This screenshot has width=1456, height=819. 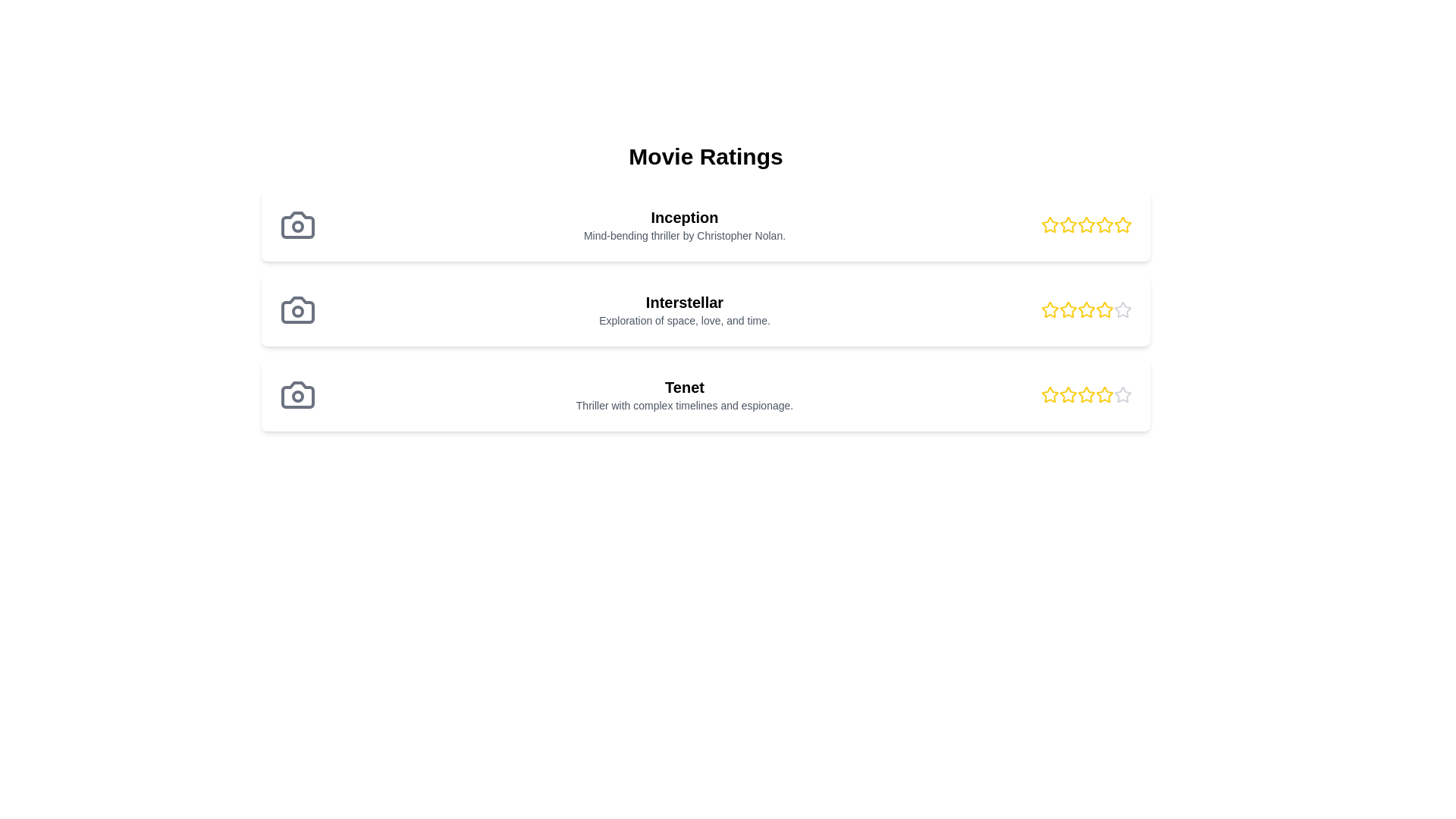 What do you see at coordinates (1123, 225) in the screenshot?
I see `the fifth rating star icon to rate the movie 'Inception'` at bounding box center [1123, 225].